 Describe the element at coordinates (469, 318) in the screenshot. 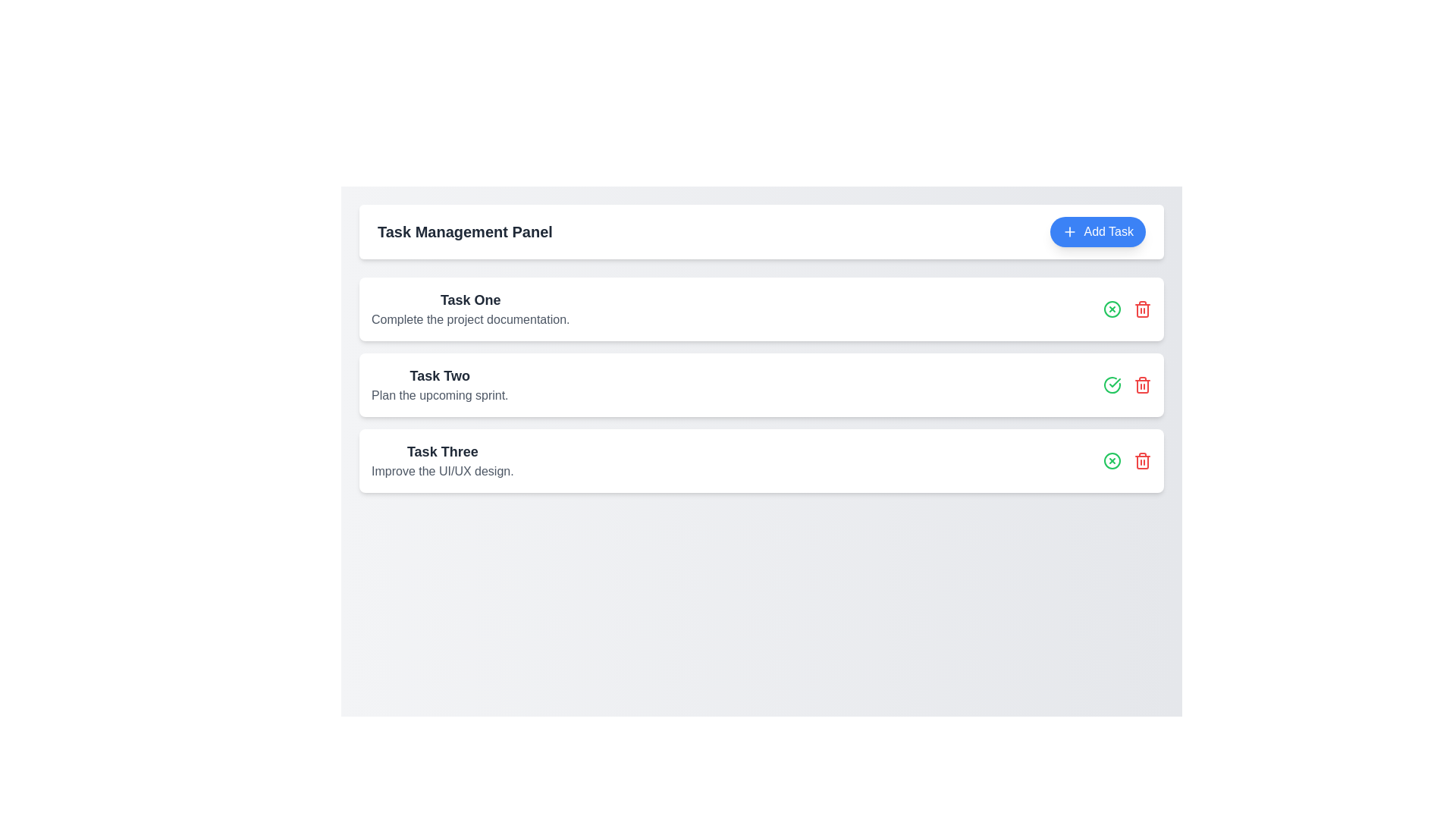

I see `the text label displaying 'Complete the project documentation.' which is styled in gray font and located below the header 'Task One.'` at that location.